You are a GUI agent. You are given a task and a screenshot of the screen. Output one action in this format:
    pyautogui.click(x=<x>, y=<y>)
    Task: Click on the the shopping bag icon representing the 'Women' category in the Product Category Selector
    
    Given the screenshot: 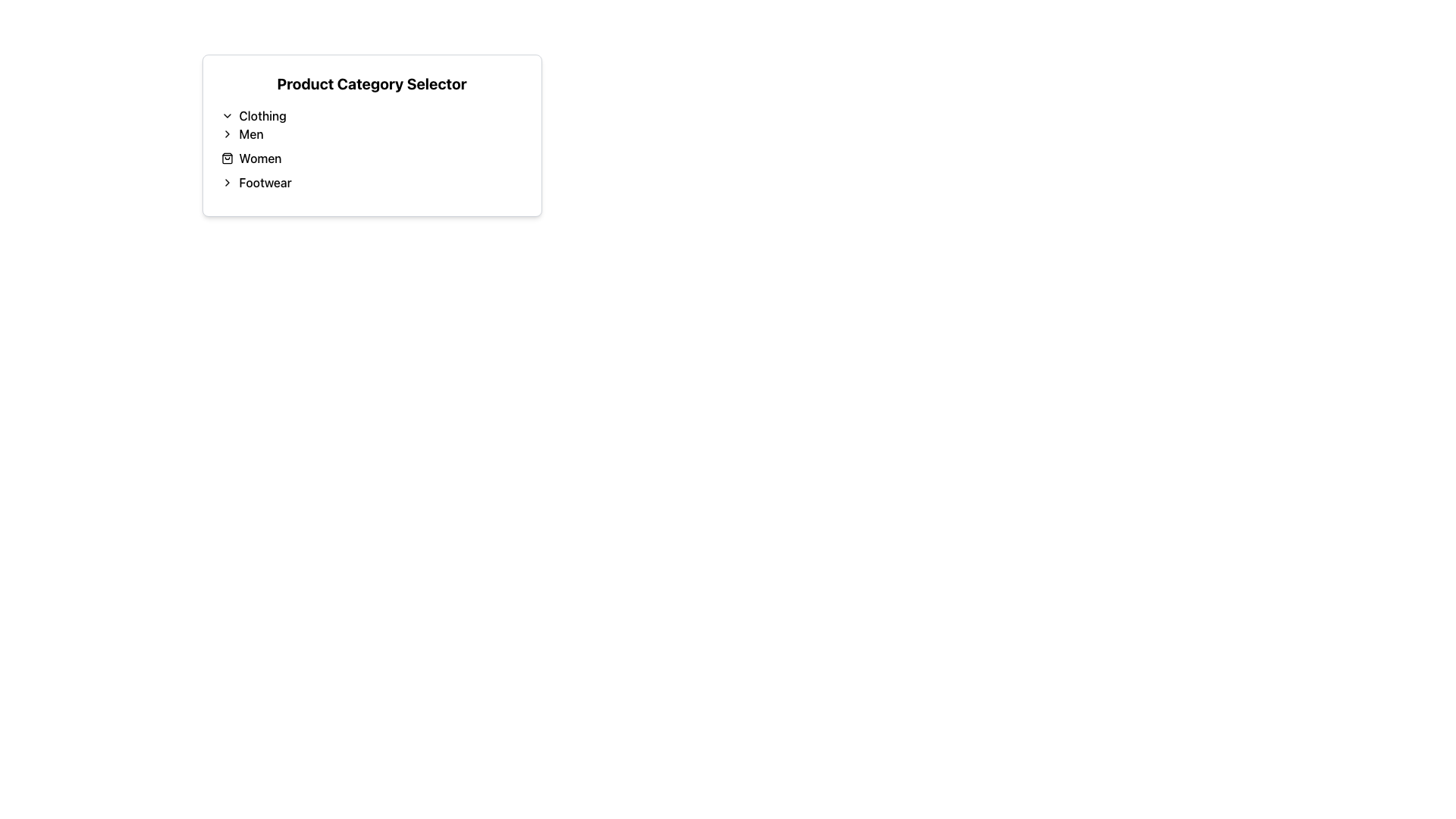 What is the action you would take?
    pyautogui.click(x=226, y=158)
    